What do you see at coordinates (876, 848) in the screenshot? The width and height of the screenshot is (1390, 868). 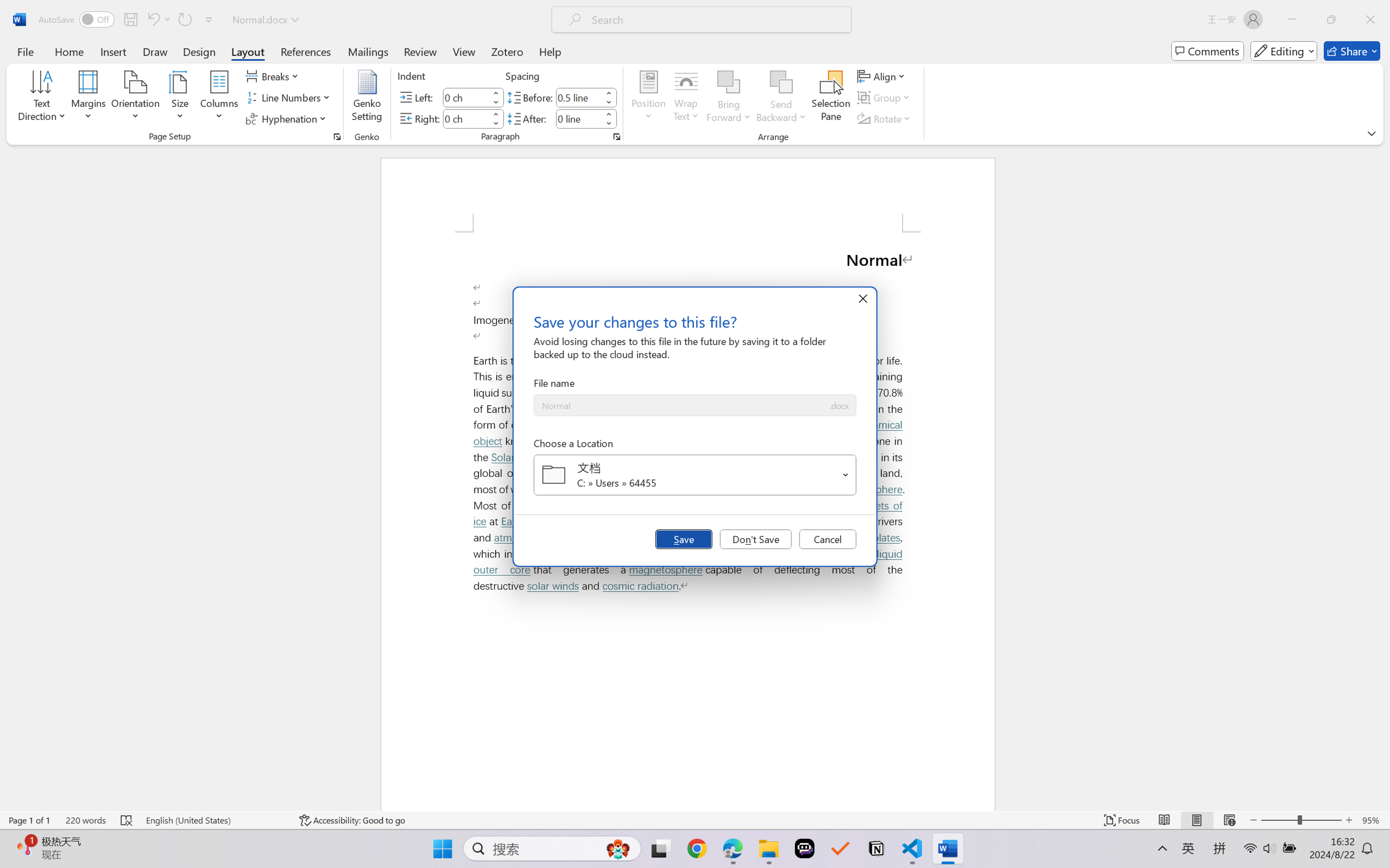 I see `'Notion'` at bounding box center [876, 848].